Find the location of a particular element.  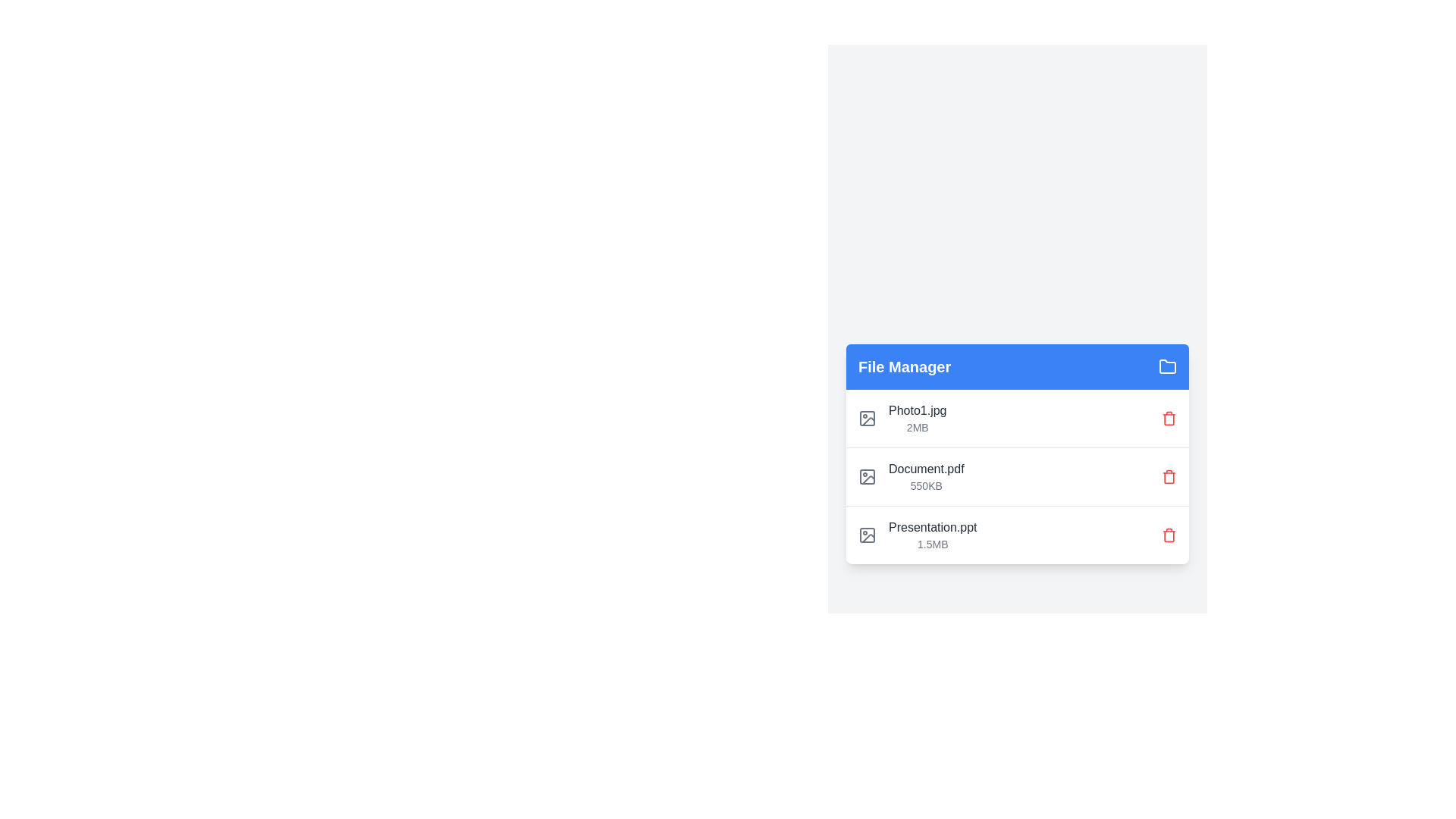

the text display element that shows the name and size of the file, positioned as the third entry is located at coordinates (931, 534).